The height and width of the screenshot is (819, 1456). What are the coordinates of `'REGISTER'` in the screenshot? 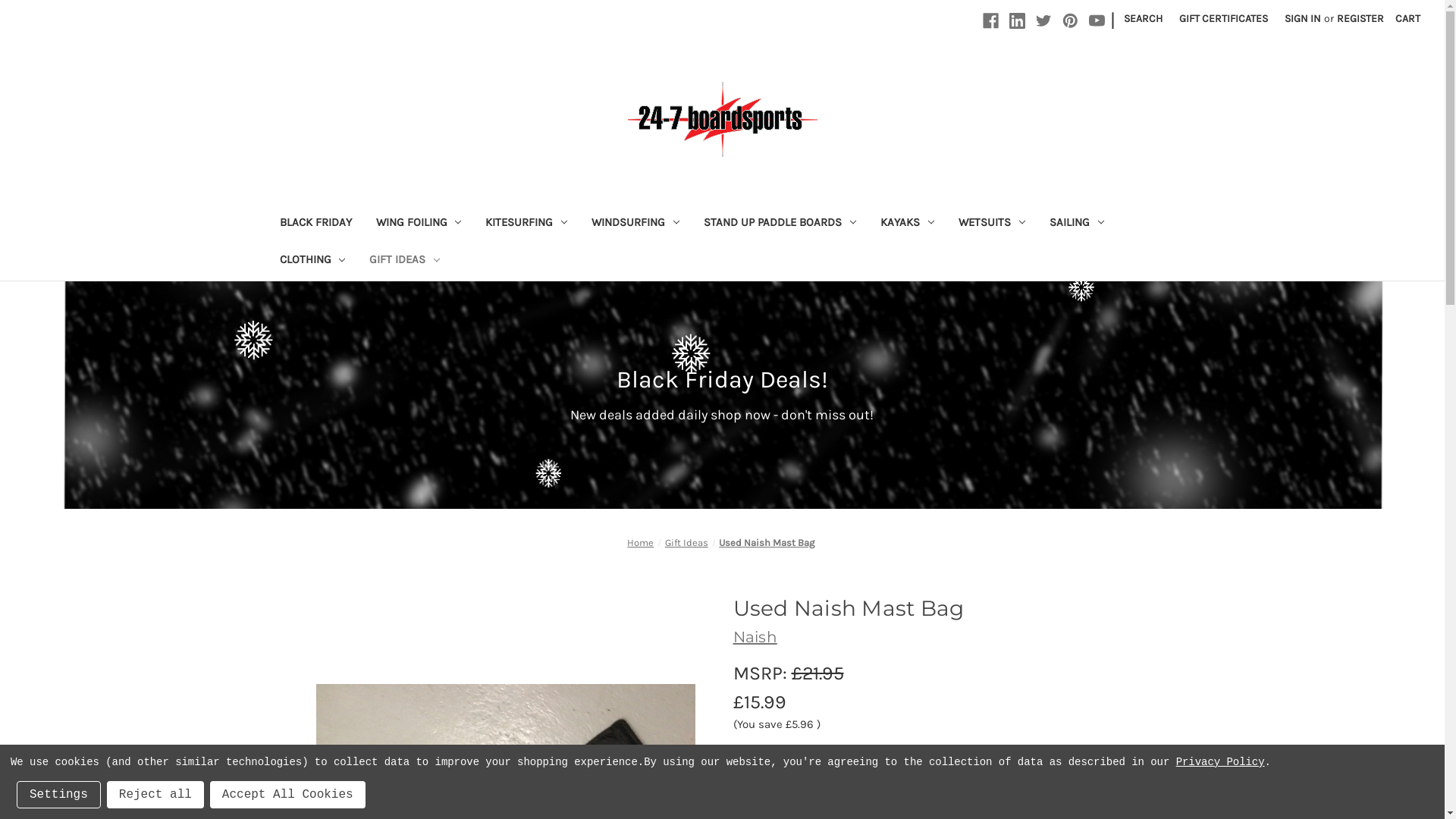 It's located at (1360, 18).